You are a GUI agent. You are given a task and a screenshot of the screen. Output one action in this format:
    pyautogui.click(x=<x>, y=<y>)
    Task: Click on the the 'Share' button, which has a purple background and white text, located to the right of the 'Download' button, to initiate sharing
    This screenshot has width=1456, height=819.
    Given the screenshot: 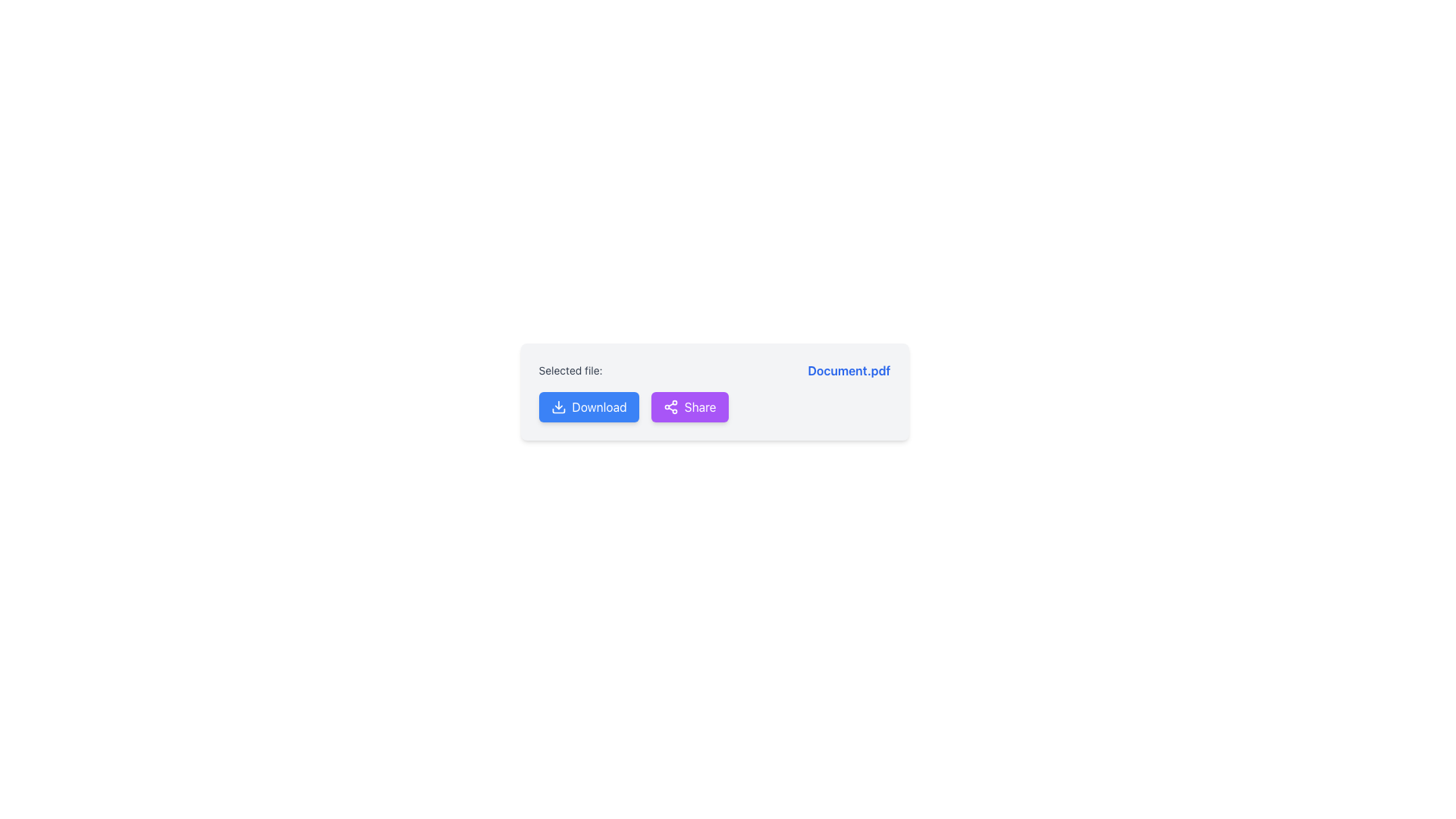 What is the action you would take?
    pyautogui.click(x=714, y=406)
    